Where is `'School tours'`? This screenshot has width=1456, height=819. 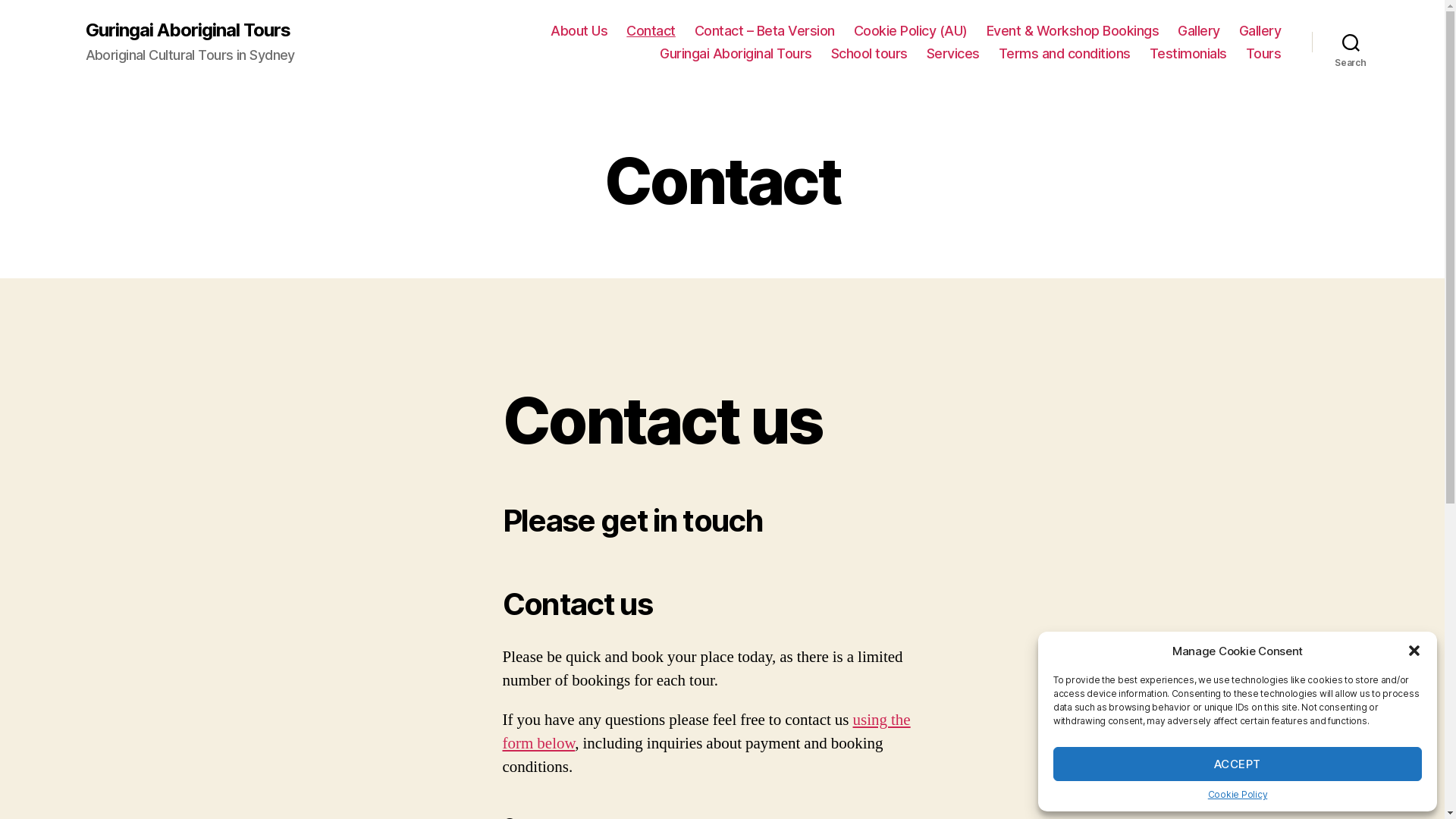 'School tours' is located at coordinates (869, 52).